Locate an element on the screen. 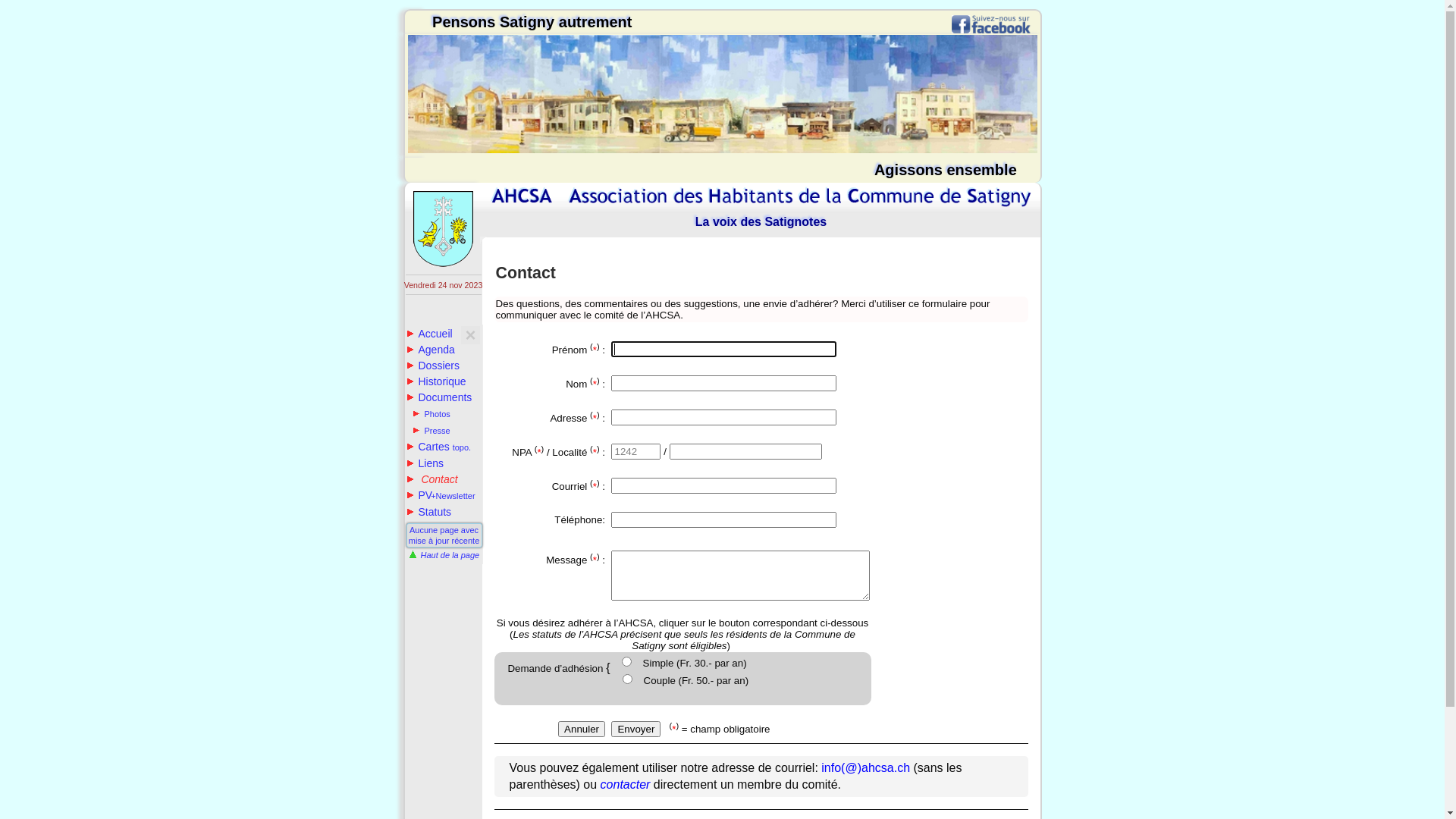  'Liens' is located at coordinates (425, 462).